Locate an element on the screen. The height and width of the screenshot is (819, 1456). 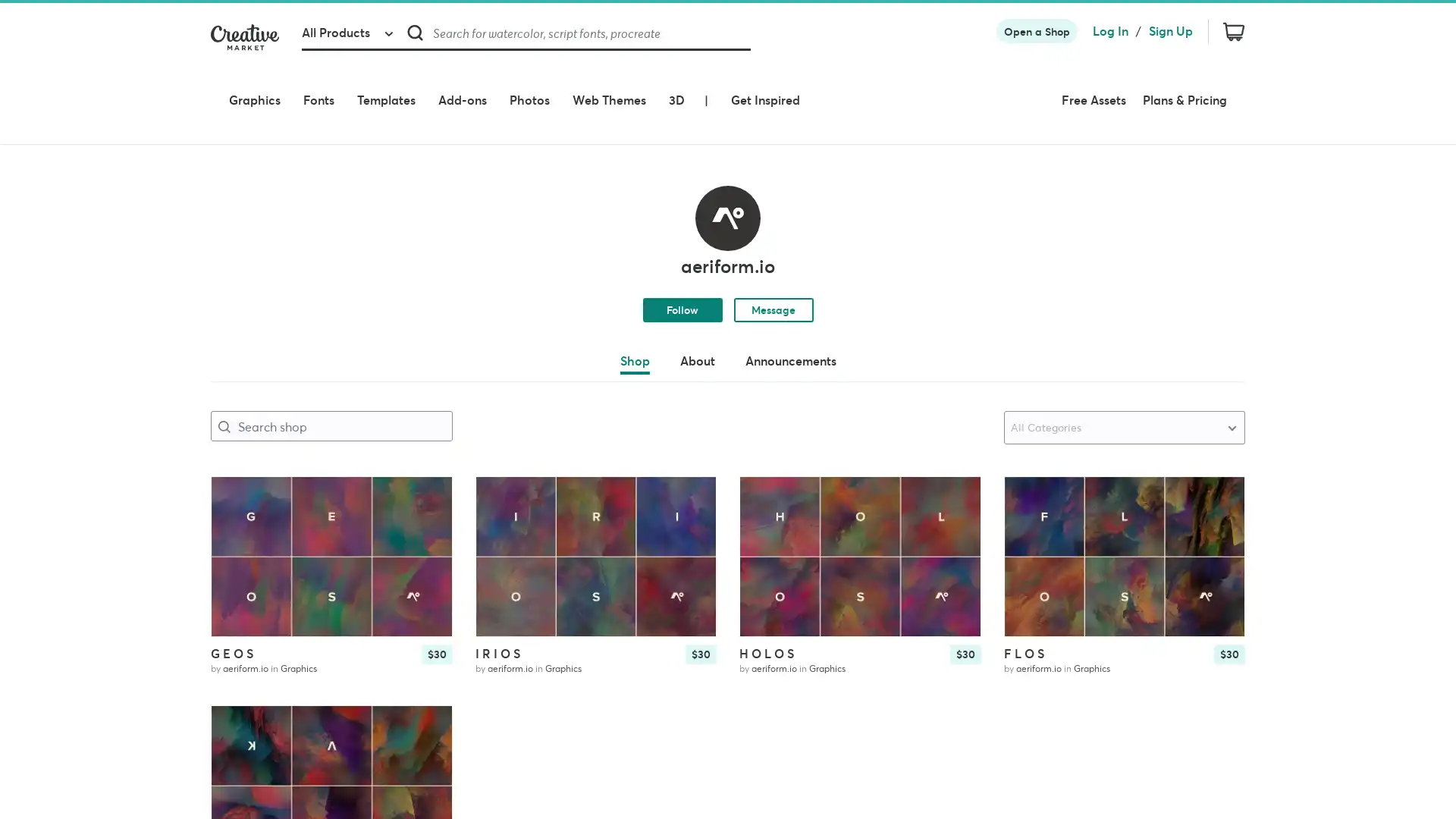
Message is located at coordinates (773, 254).